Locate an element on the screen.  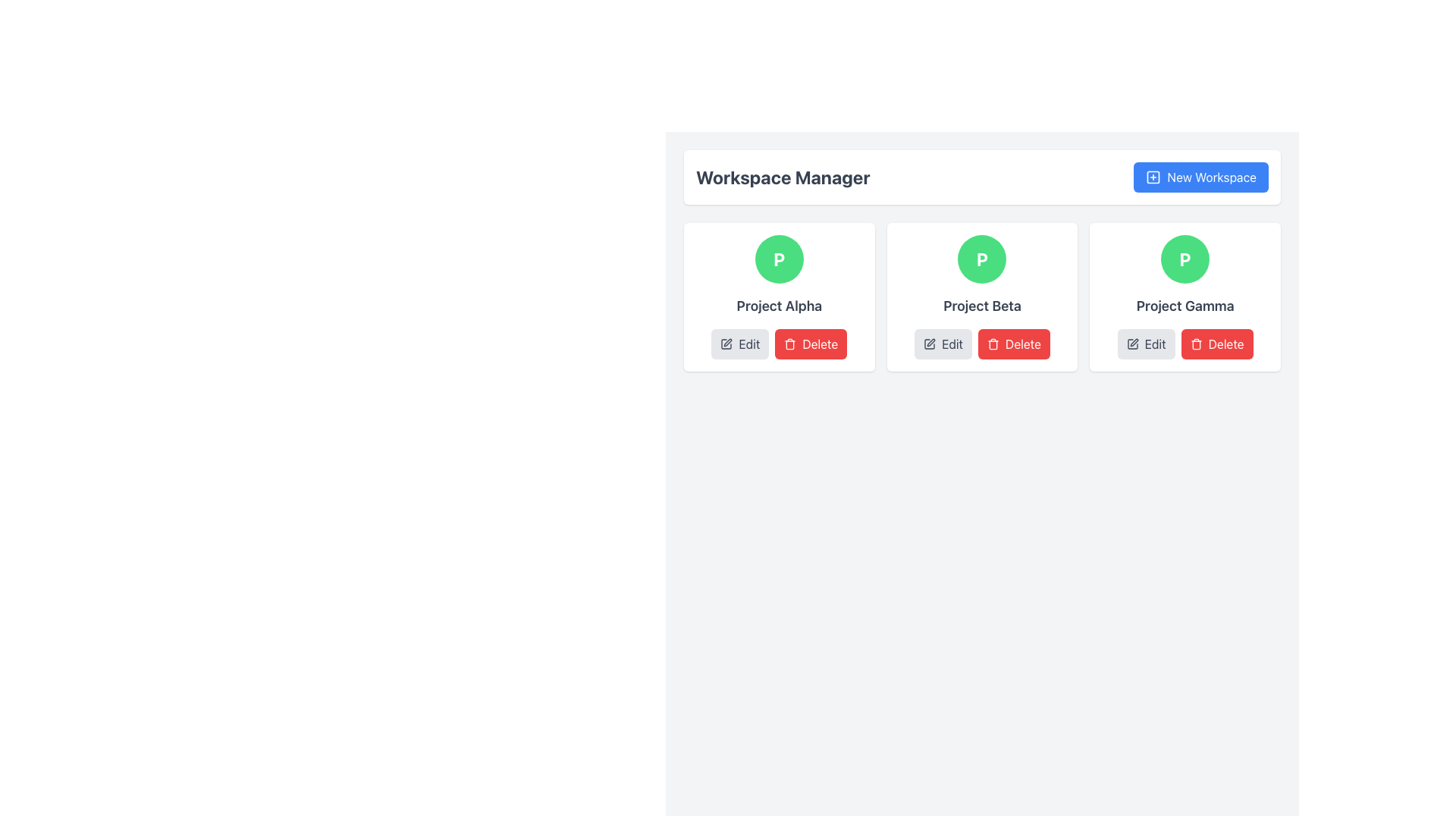
the text label displaying 'Project Alpha', which is centrally located in the first card layout, below the green circular icon with 'P' is located at coordinates (779, 306).